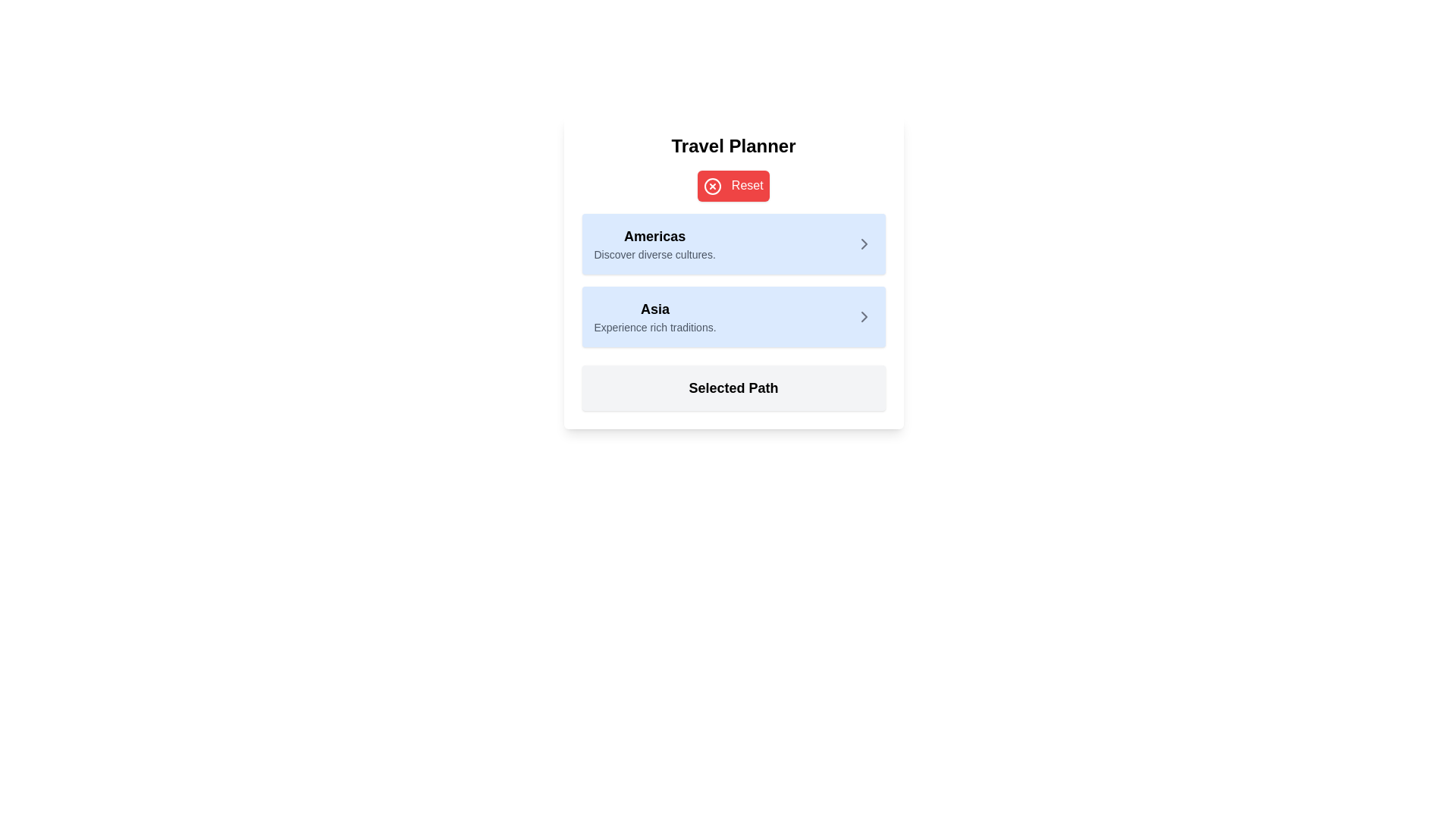 Image resolution: width=1456 pixels, height=819 pixels. What do you see at coordinates (654, 253) in the screenshot?
I see `the static text label that states 'Discover diverse cultures.' which is styled in gray color and located below the 'Americas' heading within a blue background` at bounding box center [654, 253].